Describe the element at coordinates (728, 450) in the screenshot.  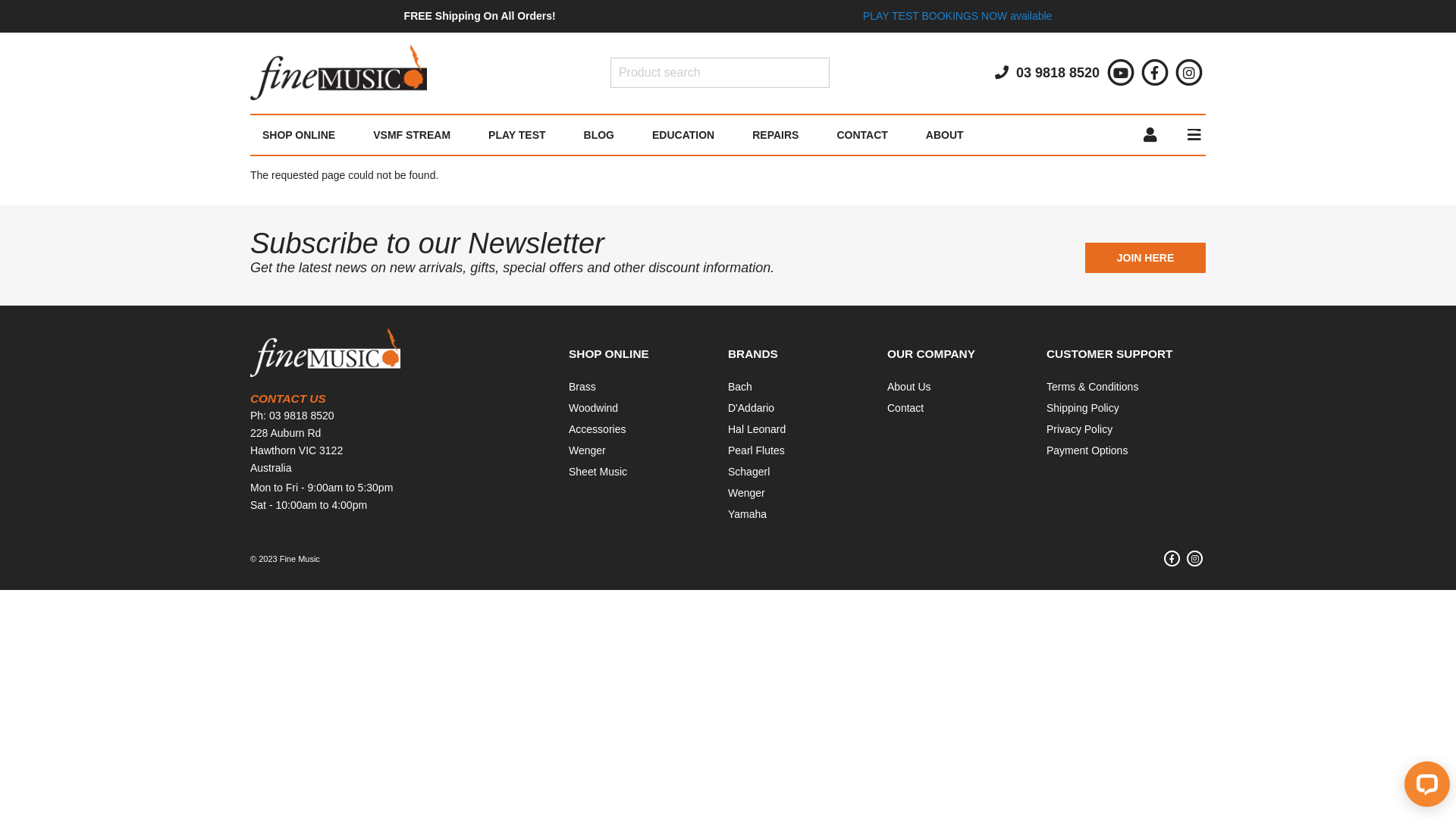
I see `'Pearl Flutes'` at that location.